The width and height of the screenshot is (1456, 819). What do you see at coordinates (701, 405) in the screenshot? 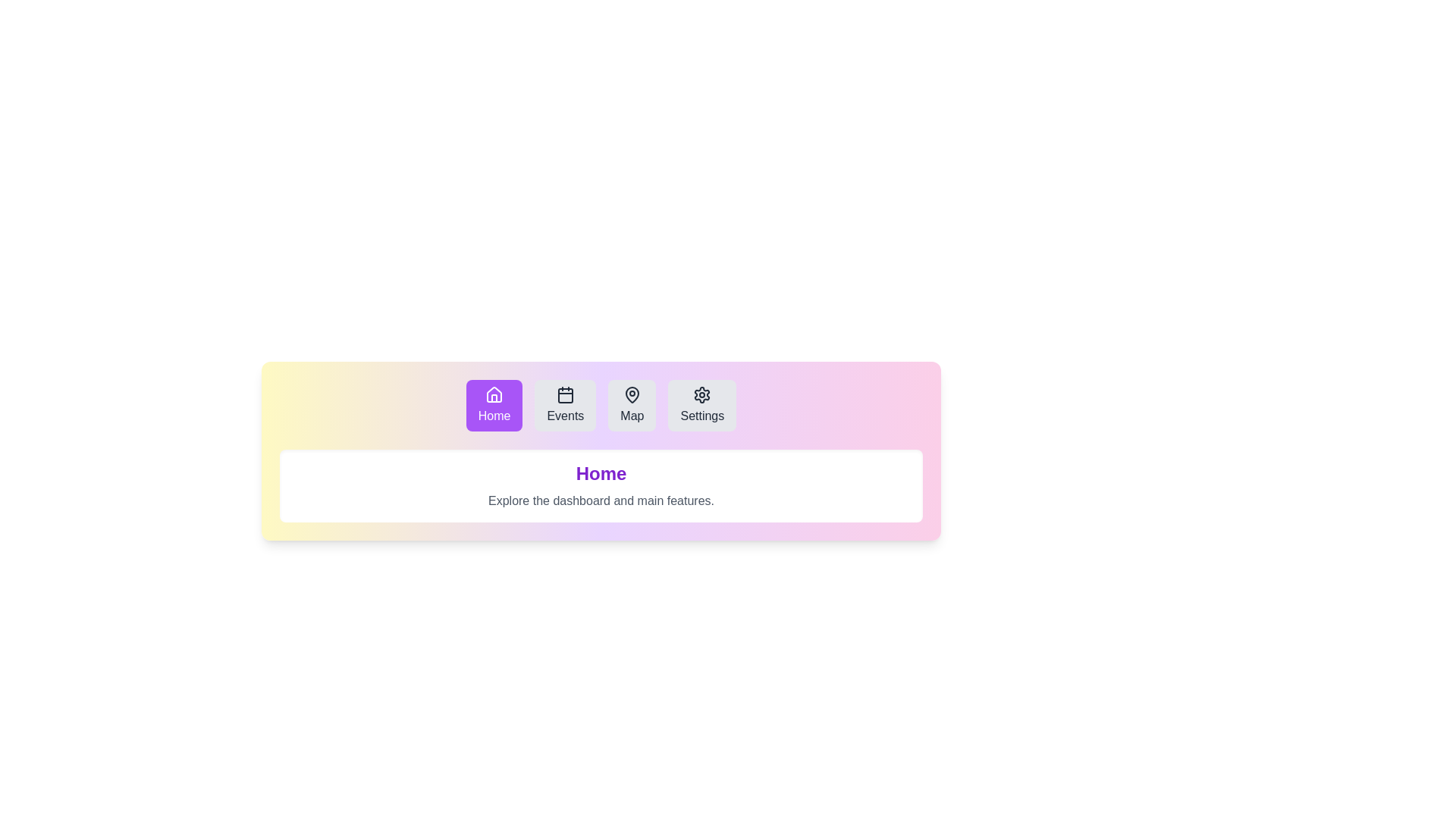
I see `the Settings tab to select it` at bounding box center [701, 405].